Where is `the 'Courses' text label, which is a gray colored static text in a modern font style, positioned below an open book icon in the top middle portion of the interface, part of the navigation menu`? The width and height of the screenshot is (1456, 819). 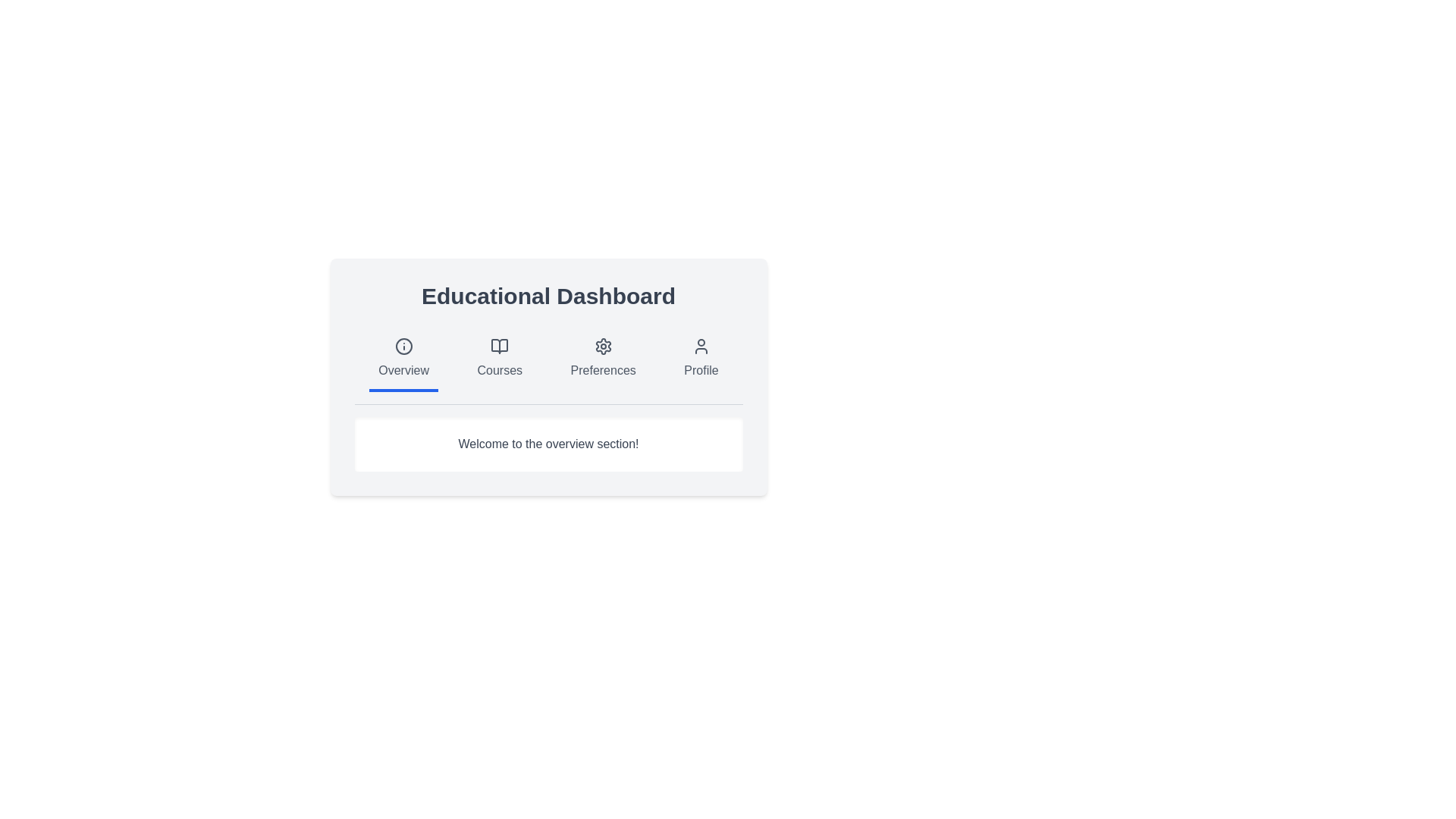
the 'Courses' text label, which is a gray colored static text in a modern font style, positioned below an open book icon in the top middle portion of the interface, part of the navigation menu is located at coordinates (500, 371).